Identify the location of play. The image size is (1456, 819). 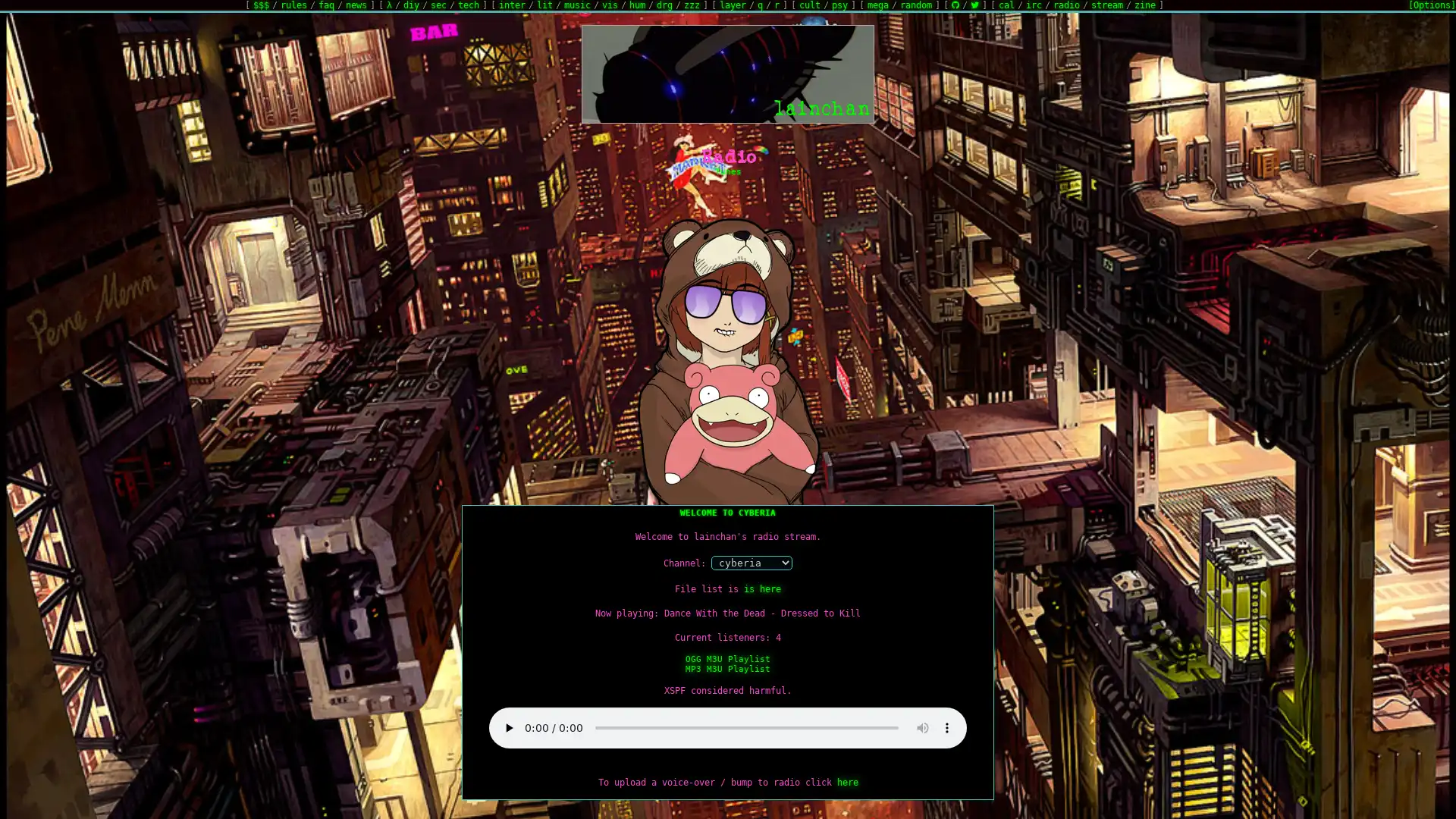
(509, 727).